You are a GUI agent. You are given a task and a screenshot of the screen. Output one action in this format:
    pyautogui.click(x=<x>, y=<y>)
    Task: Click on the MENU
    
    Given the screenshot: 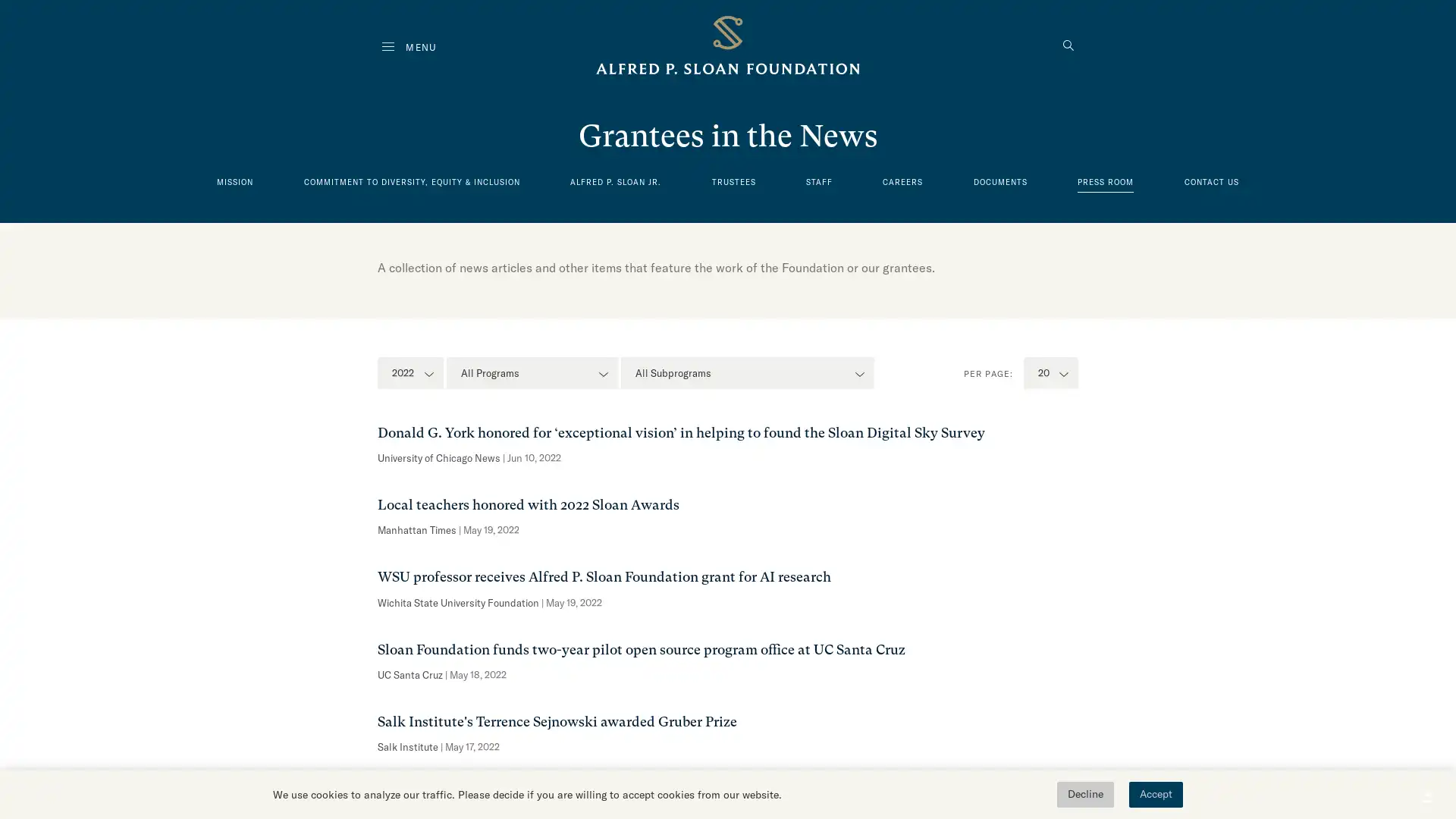 What is the action you would take?
    pyautogui.click(x=409, y=46)
    